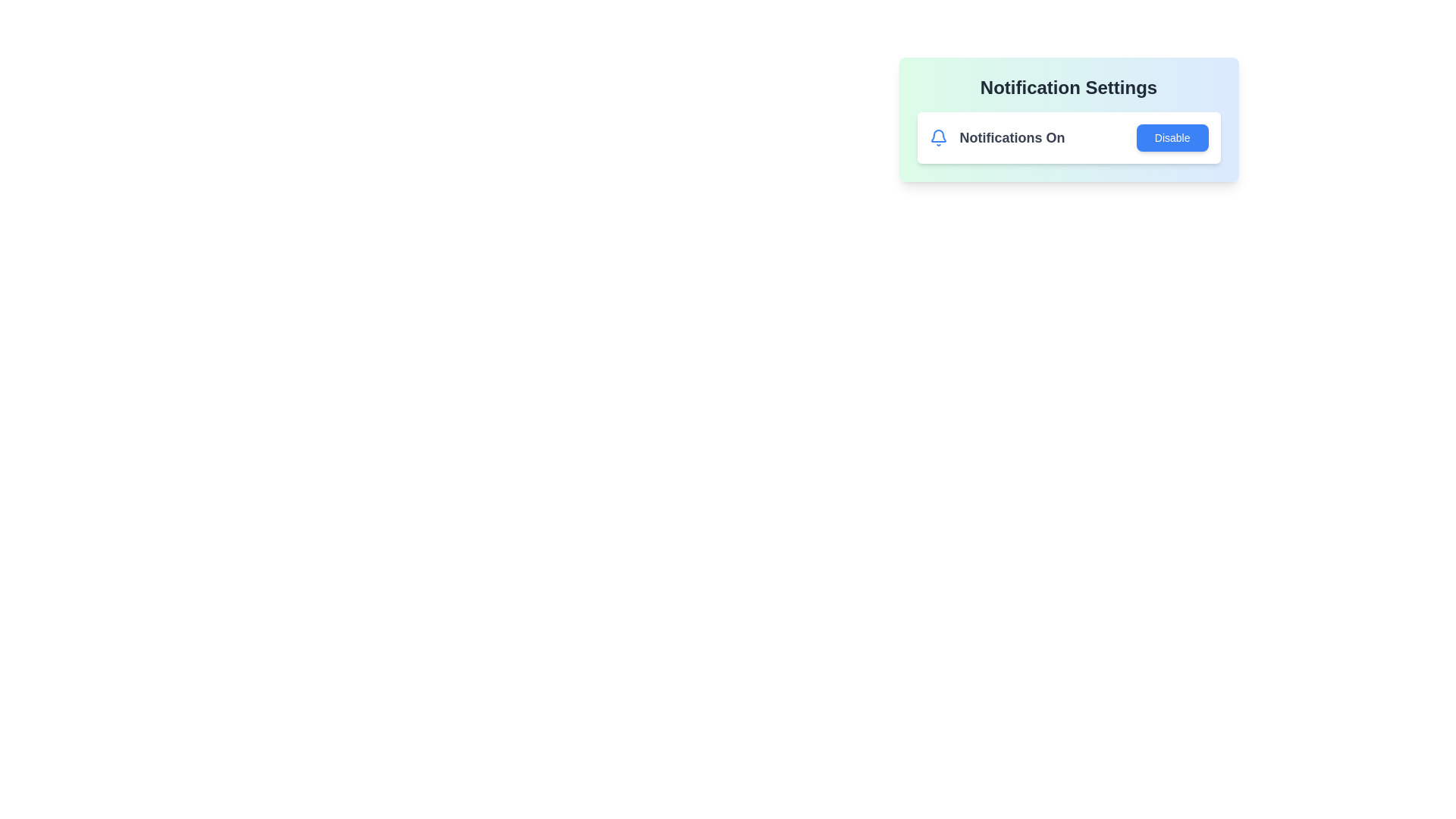 This screenshot has width=1456, height=819. Describe the element at coordinates (1171, 137) in the screenshot. I see `the 'Disable' button to toggle the notification setting` at that location.